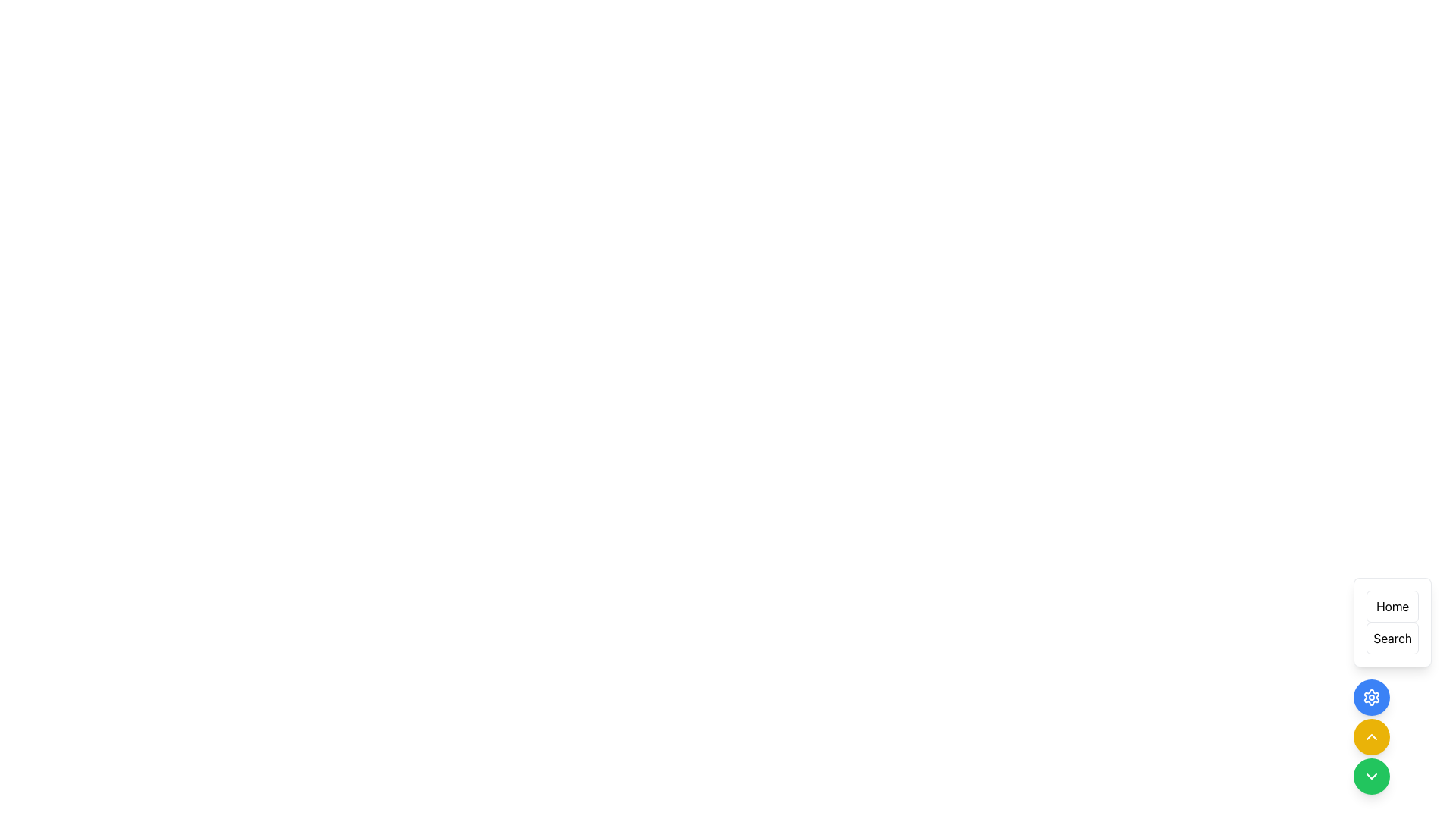 The image size is (1456, 819). I want to click on the 'Home' text in the sidebar navigation menu, so click(1392, 605).